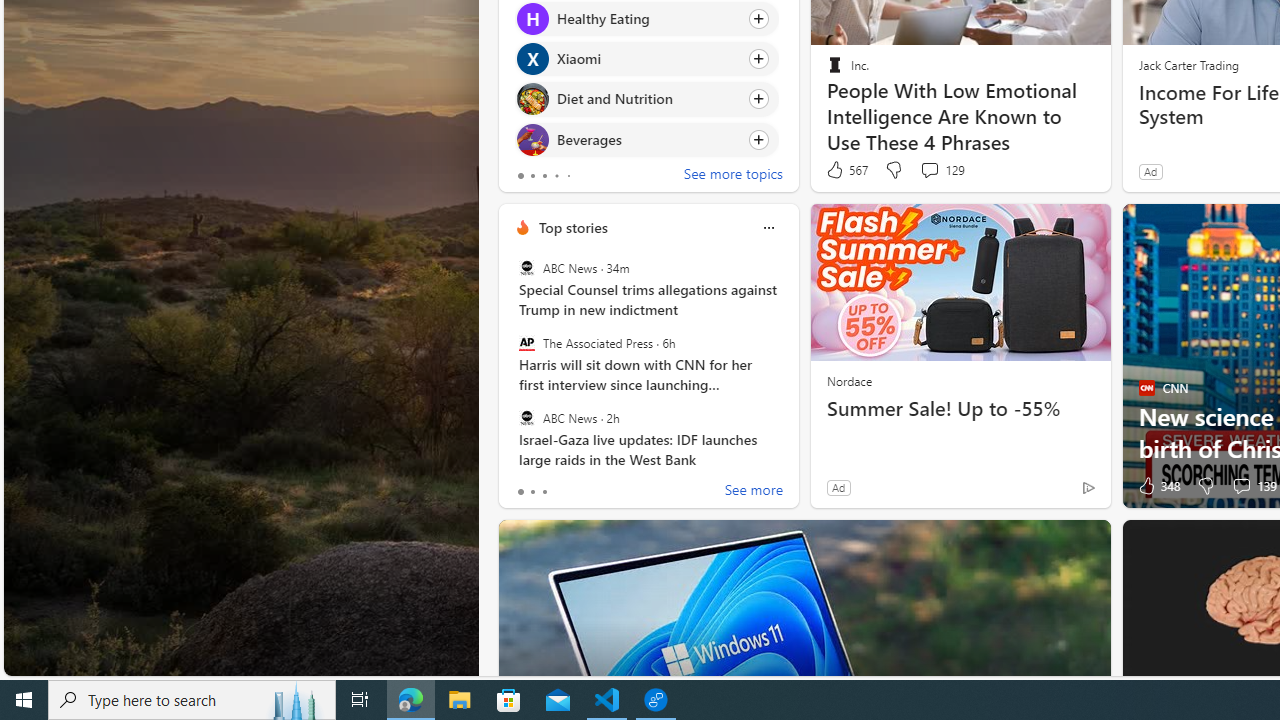  Describe the element at coordinates (1188, 63) in the screenshot. I see `'Jack Carter Trading'` at that location.